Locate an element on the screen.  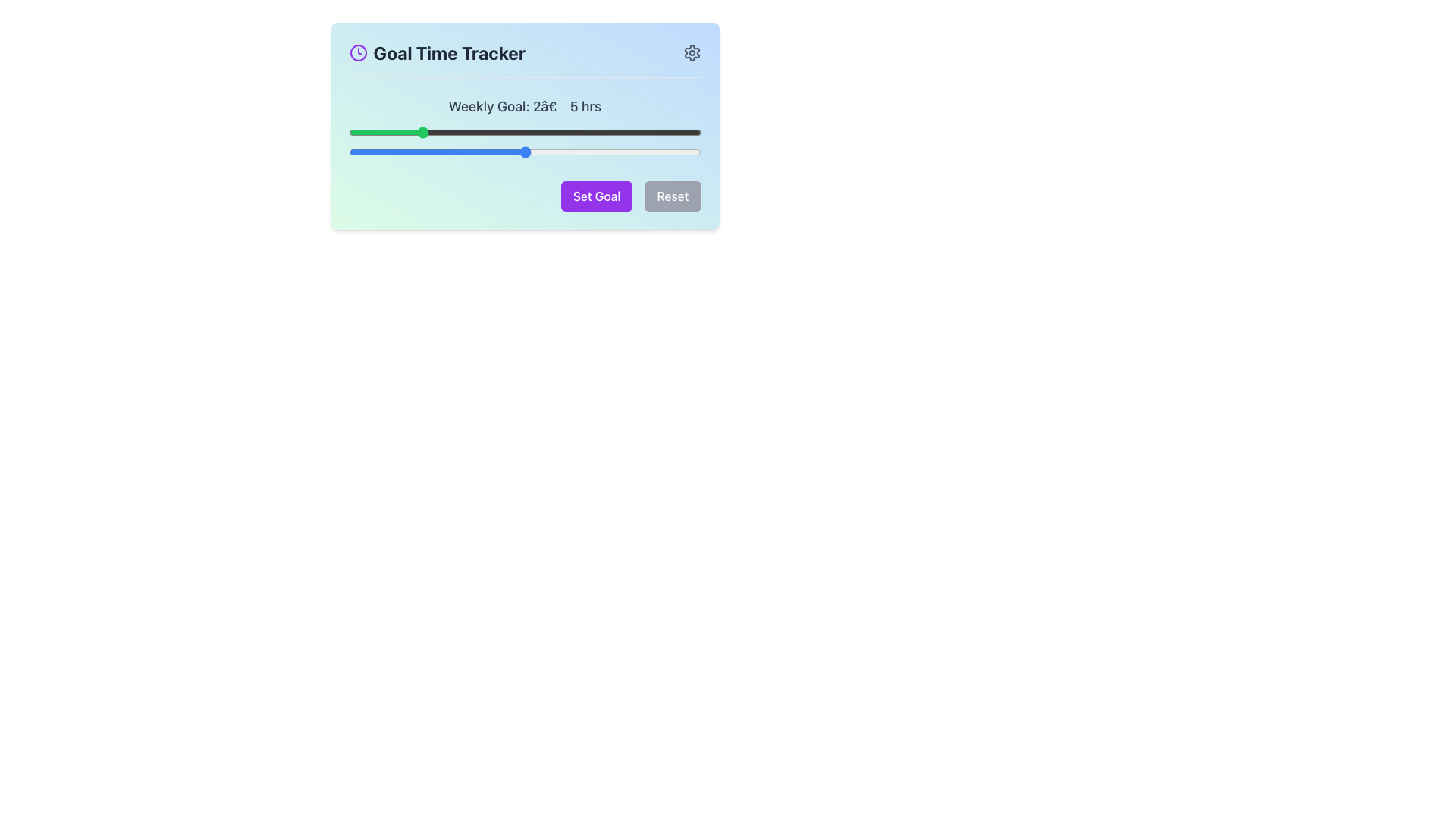
the reset button, which is the rightmost button of two horizontally aligned buttons in the goal tracker settings is located at coordinates (672, 195).